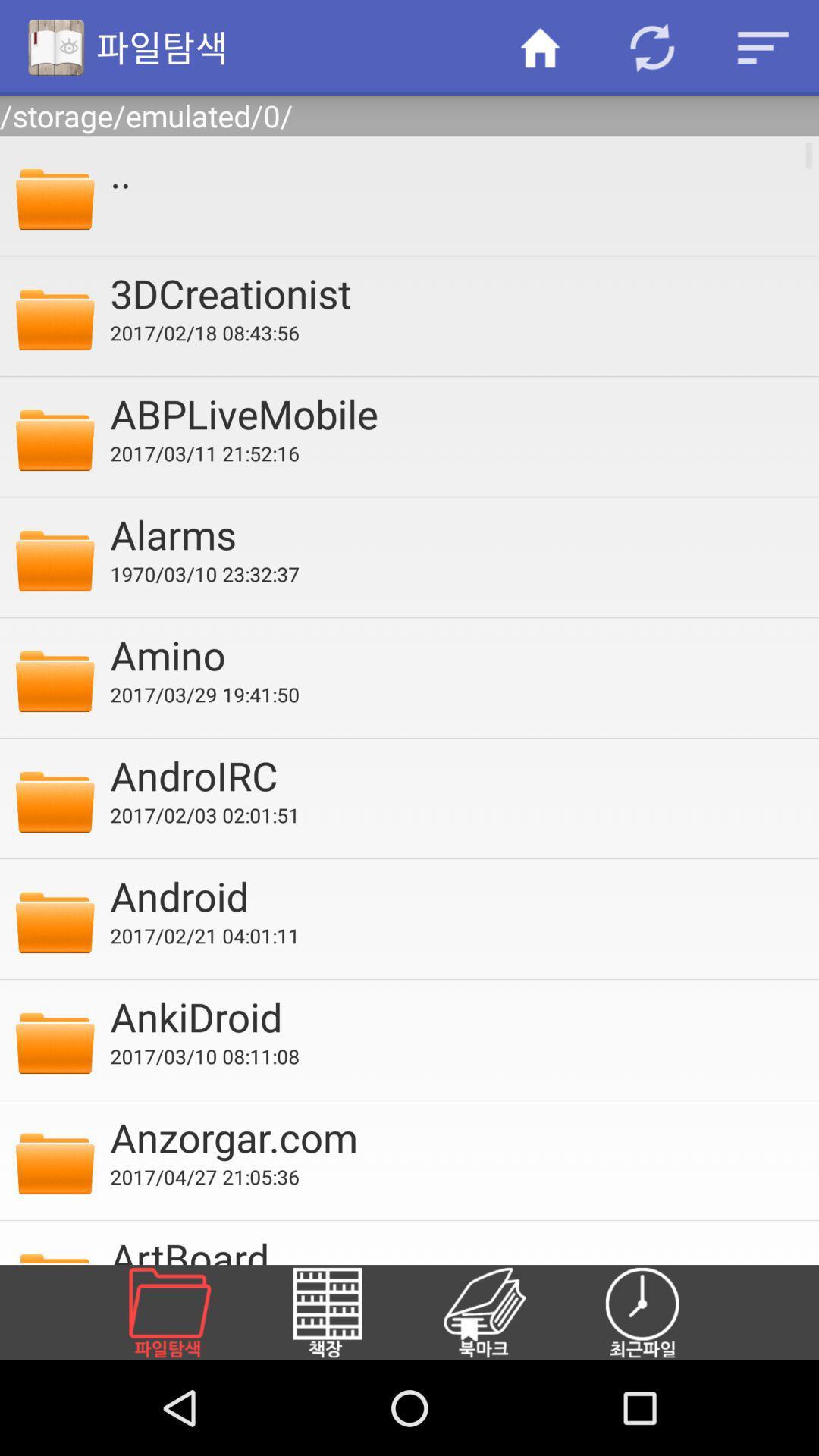  What do you see at coordinates (453, 775) in the screenshot?
I see `androirc app` at bounding box center [453, 775].